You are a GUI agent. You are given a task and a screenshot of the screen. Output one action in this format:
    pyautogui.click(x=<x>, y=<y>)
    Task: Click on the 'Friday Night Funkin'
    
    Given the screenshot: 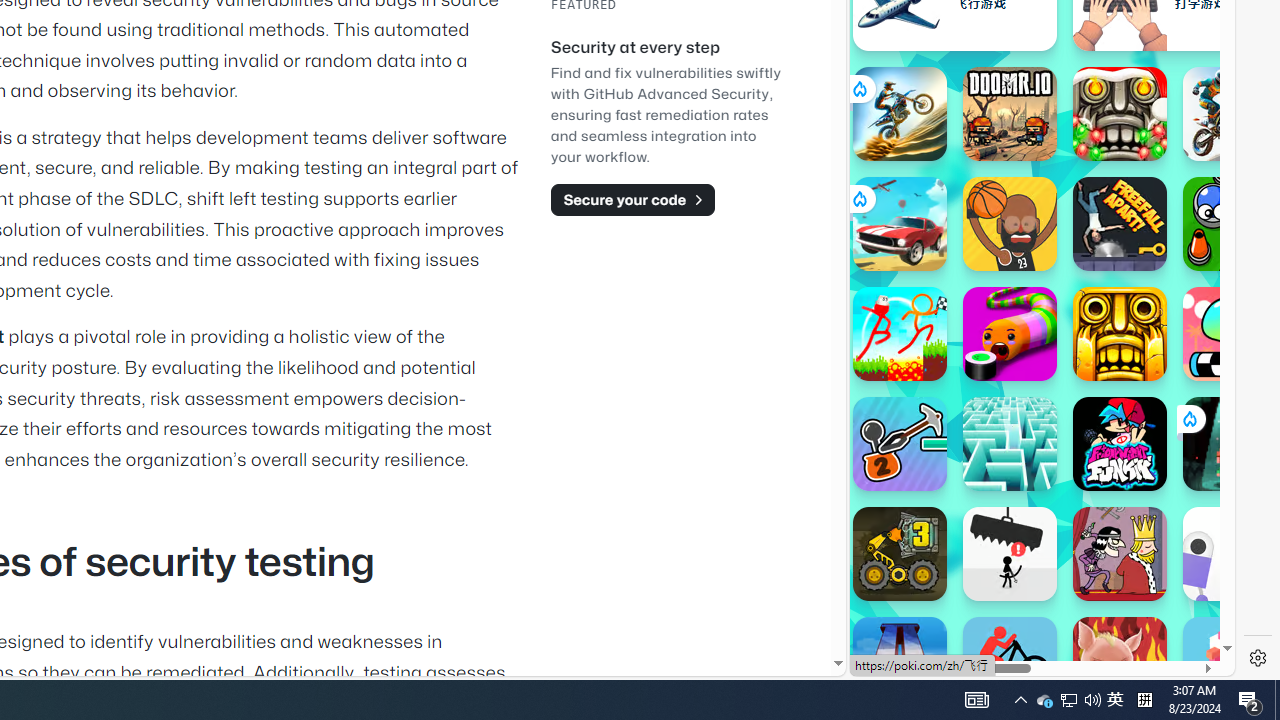 What is the action you would take?
    pyautogui.click(x=1120, y=442)
    